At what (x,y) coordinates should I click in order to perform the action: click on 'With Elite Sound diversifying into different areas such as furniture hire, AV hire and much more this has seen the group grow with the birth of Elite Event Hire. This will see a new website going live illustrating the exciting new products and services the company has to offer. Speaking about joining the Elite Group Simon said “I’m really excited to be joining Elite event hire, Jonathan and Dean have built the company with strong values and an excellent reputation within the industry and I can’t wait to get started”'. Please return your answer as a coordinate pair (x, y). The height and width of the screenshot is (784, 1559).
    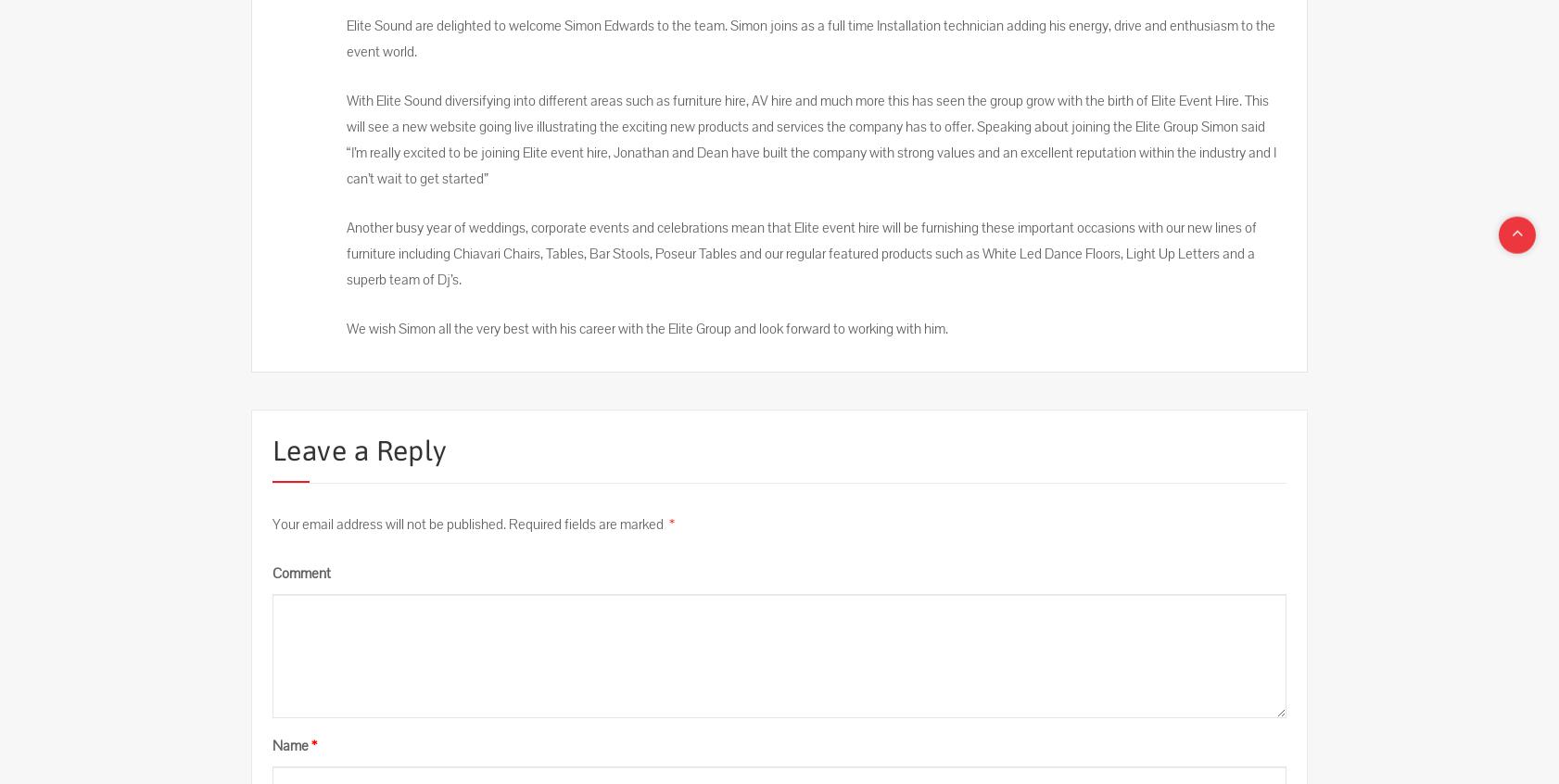
    Looking at the image, I should click on (346, 139).